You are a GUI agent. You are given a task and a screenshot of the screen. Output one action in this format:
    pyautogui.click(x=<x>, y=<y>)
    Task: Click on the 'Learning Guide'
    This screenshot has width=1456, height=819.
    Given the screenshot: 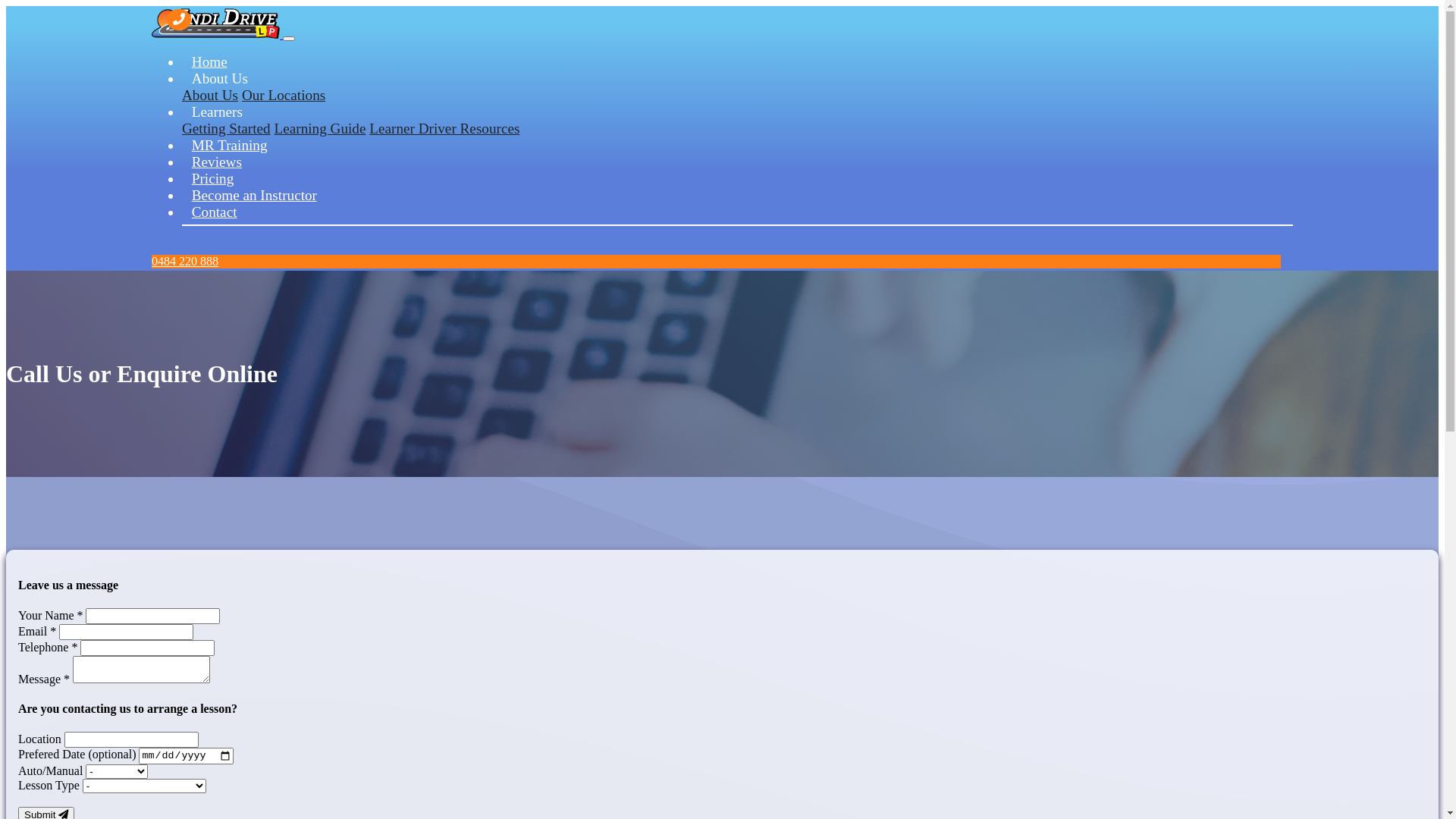 What is the action you would take?
    pyautogui.click(x=319, y=127)
    